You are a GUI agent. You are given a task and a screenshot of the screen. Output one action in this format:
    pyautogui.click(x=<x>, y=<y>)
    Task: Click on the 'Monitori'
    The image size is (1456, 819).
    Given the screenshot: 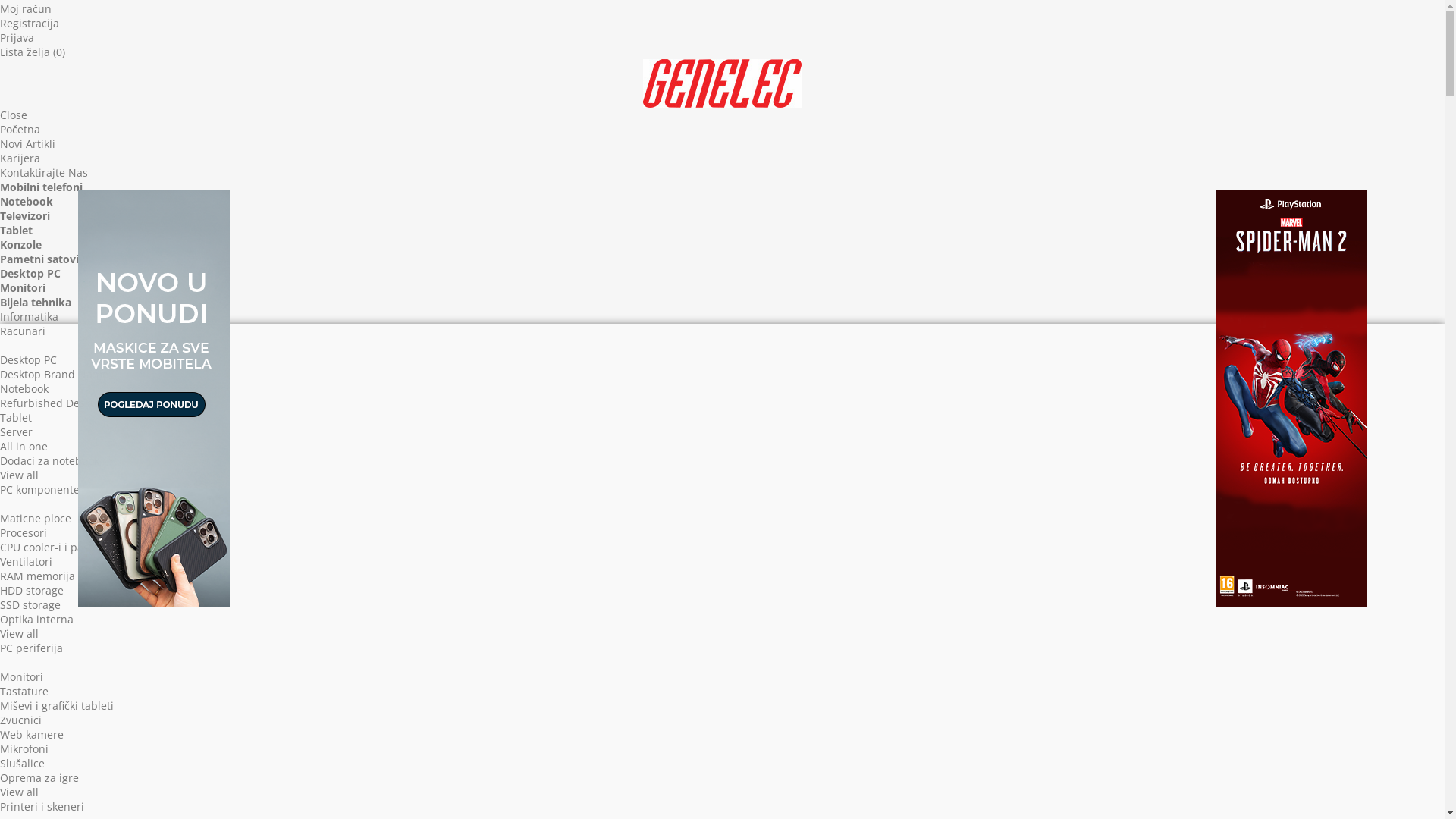 What is the action you would take?
    pyautogui.click(x=21, y=676)
    